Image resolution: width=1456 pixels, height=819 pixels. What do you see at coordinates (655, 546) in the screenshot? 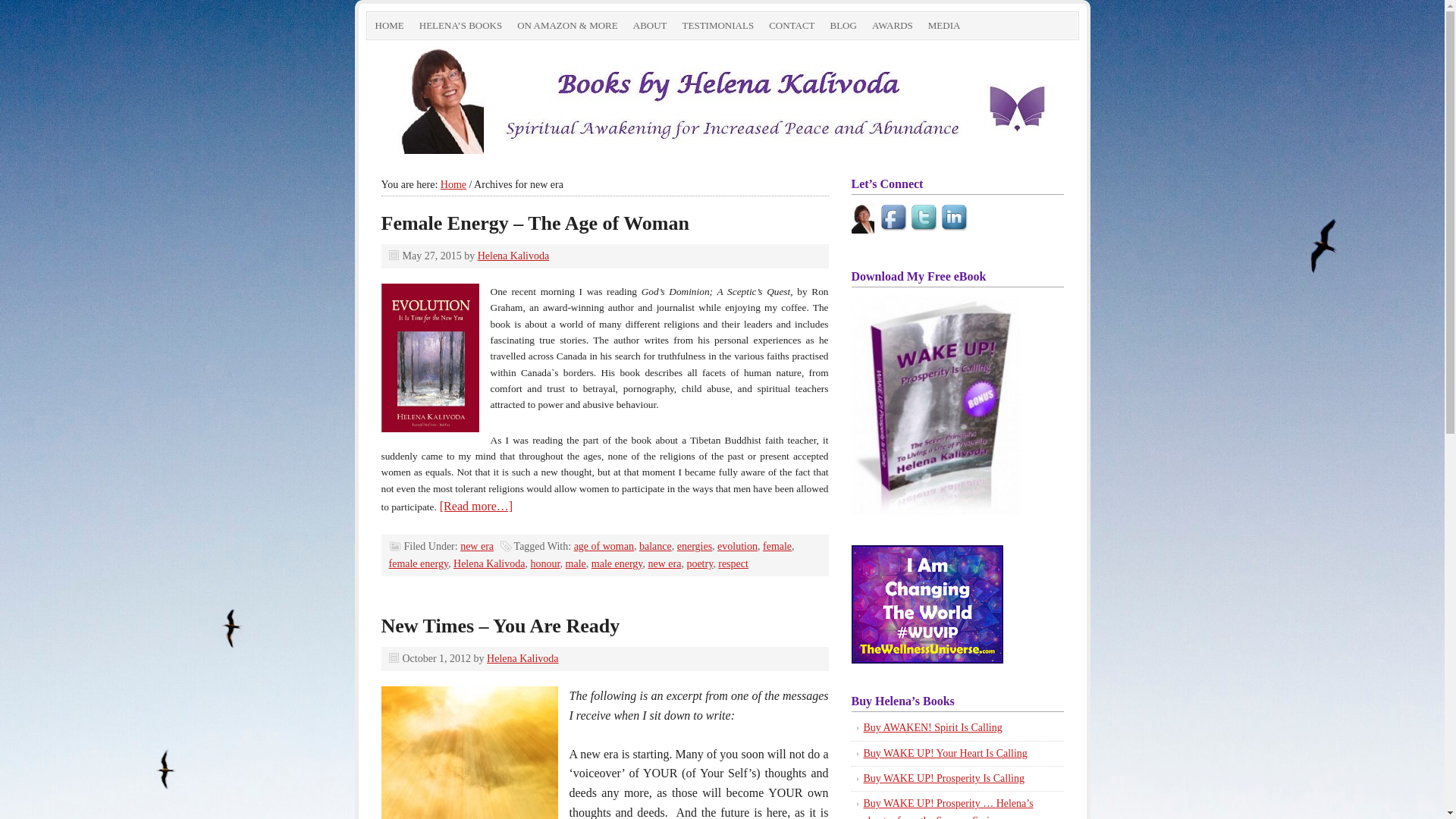
I see `'balance'` at bounding box center [655, 546].